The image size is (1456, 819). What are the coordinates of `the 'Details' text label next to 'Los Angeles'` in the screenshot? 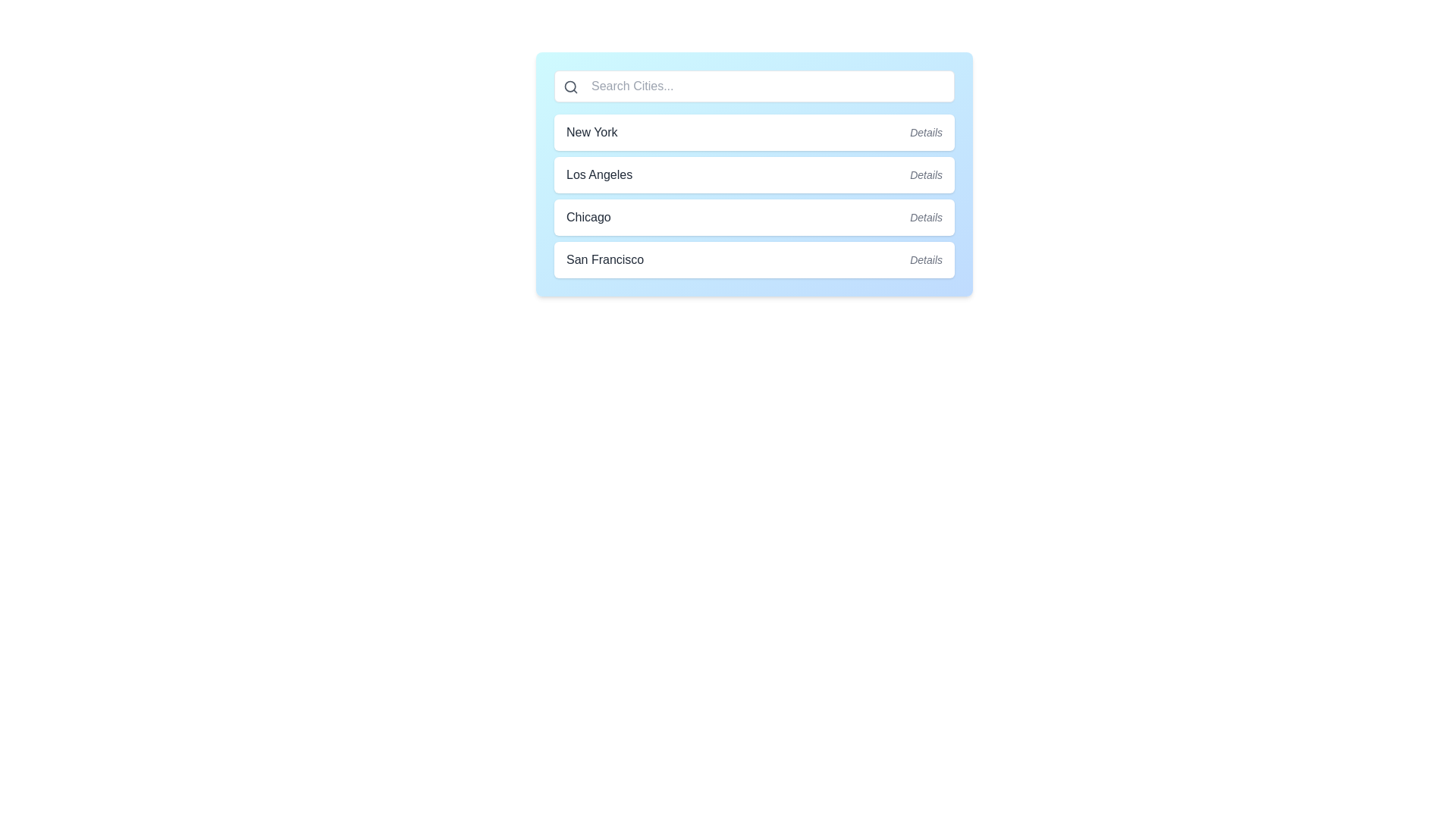 It's located at (925, 174).